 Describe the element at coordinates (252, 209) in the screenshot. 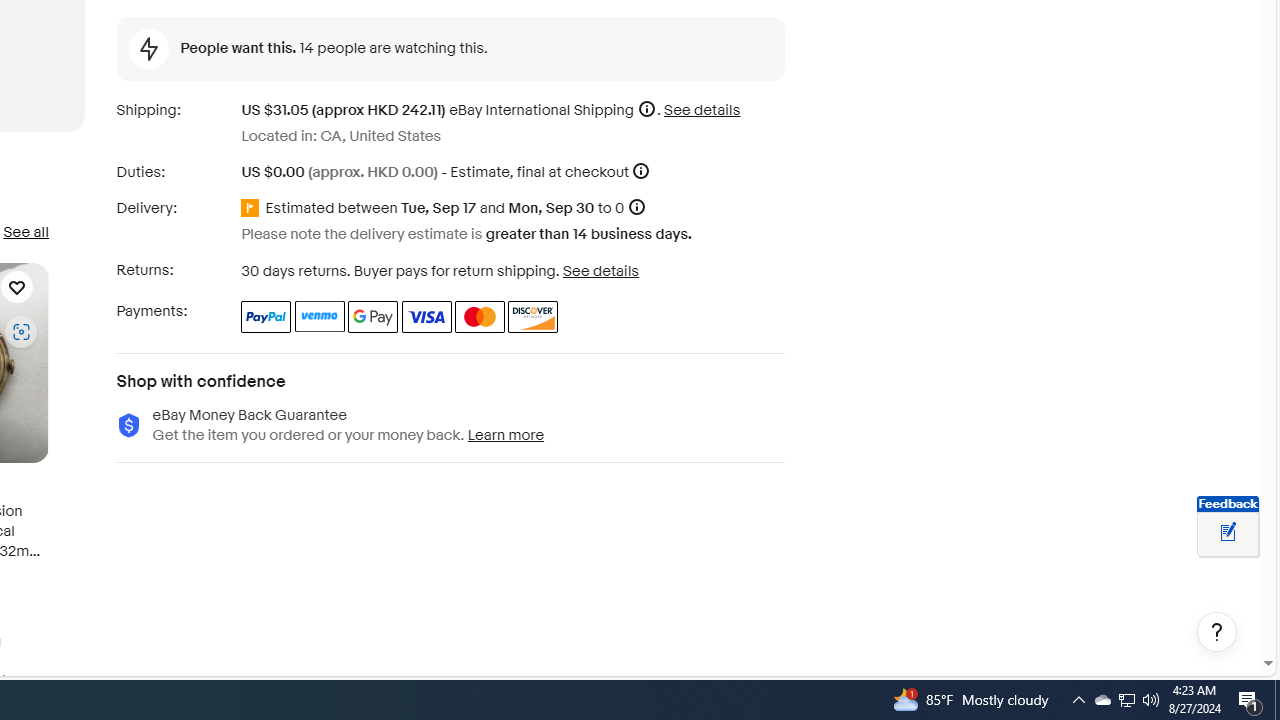

I see `'Delivery alert flag'` at that location.